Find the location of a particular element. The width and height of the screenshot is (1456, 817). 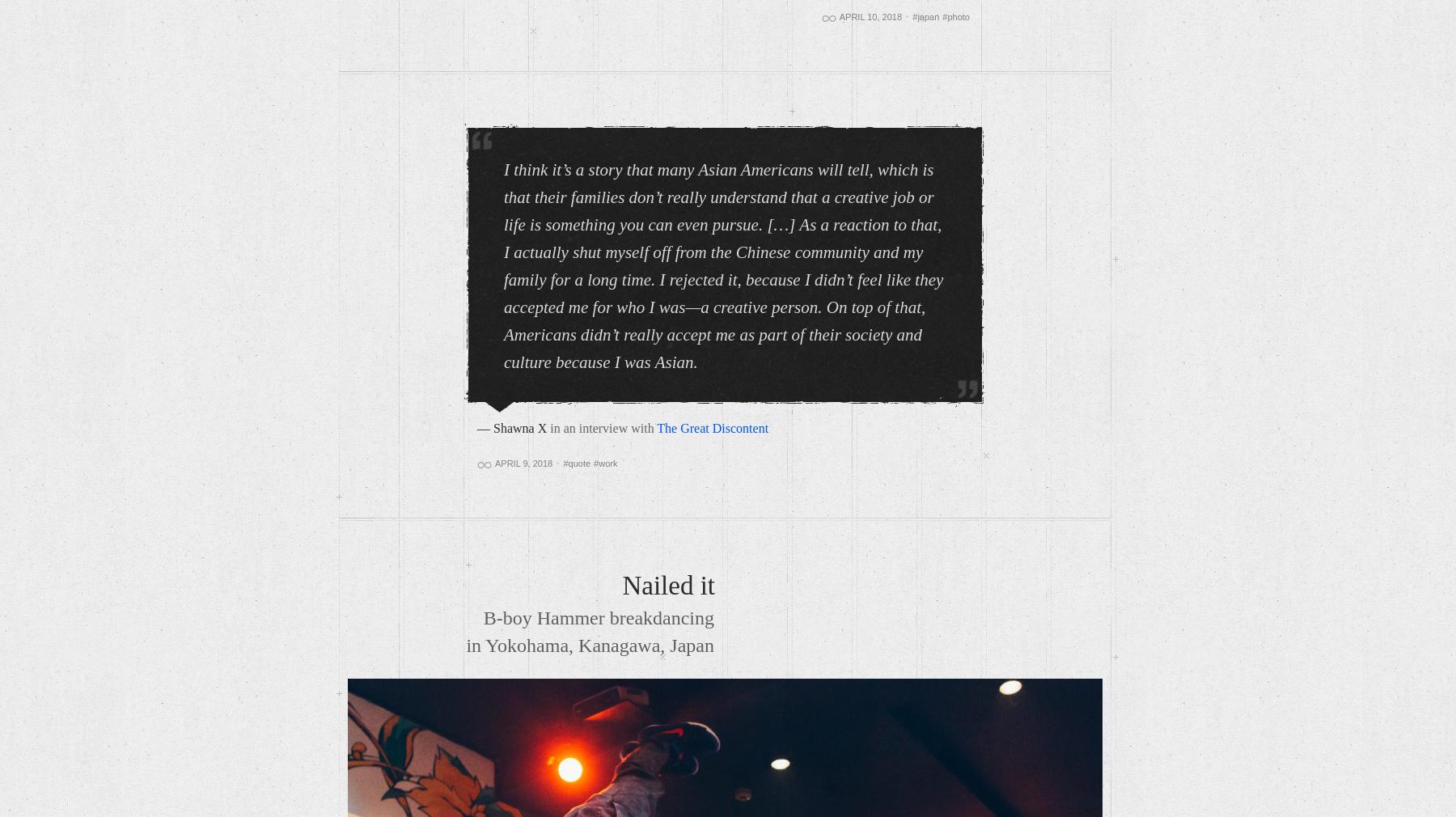

'in an interview with' is located at coordinates (600, 427).